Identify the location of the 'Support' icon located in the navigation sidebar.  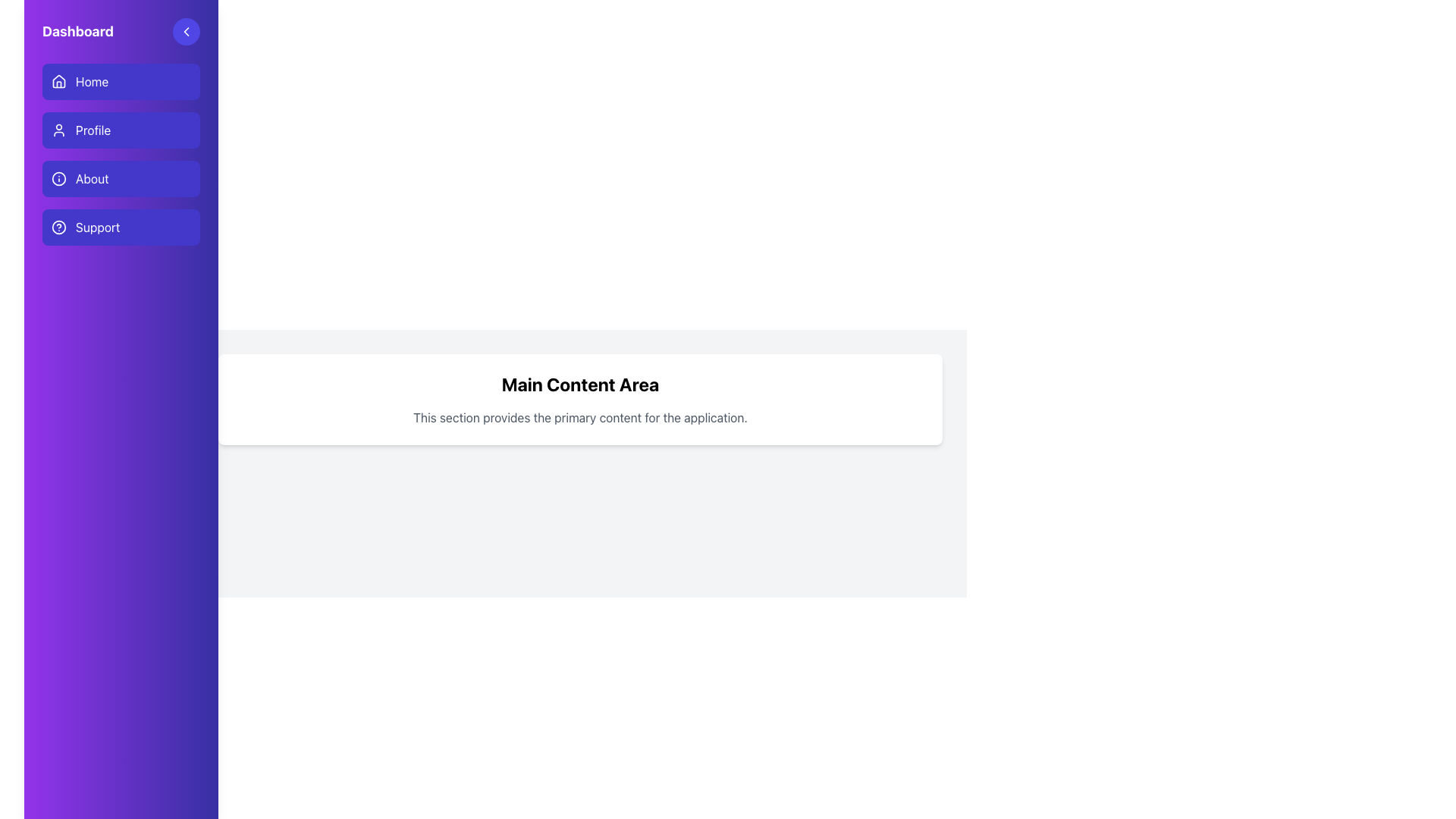
(58, 227).